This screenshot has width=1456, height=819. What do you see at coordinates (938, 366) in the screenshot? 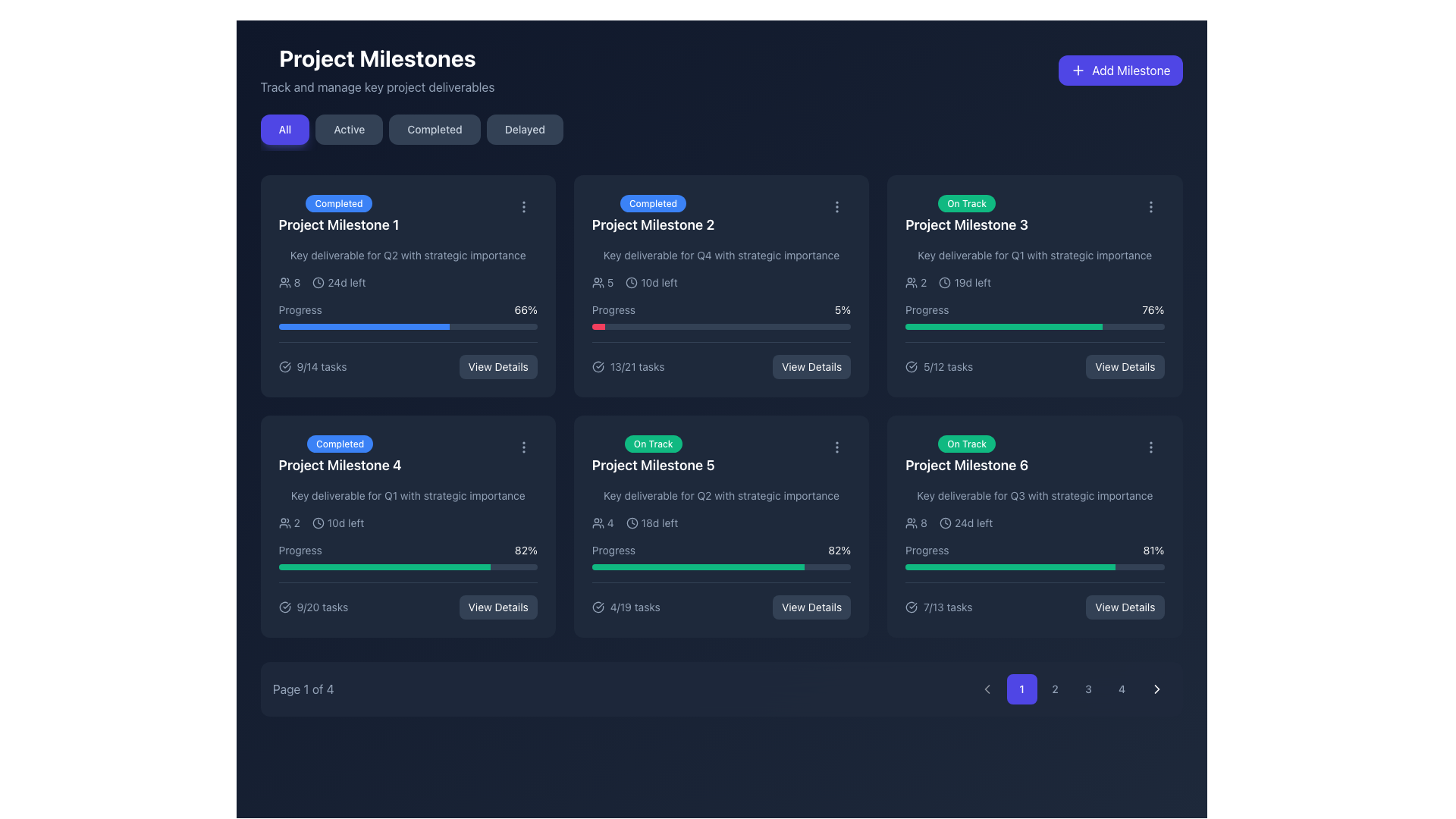
I see `the text label that indicates the number of tasks completed out of the total tasks for Project Milestone 3` at bounding box center [938, 366].